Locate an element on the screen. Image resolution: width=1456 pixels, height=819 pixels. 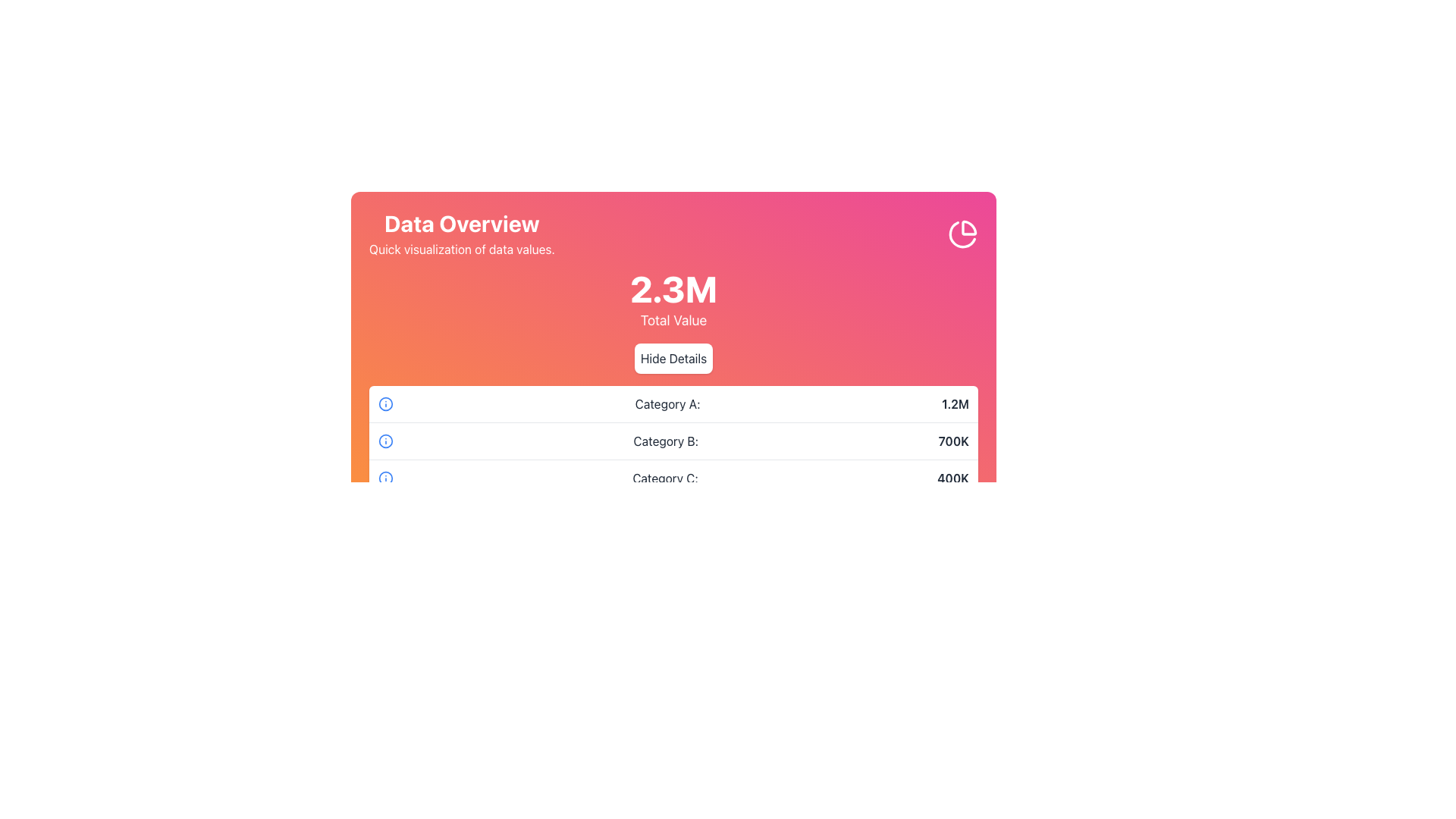
the numerical value displayed for 'Category B' in the second row of the overview table, which is aligned to the right and part of a group with an icon and a label is located at coordinates (952, 441).